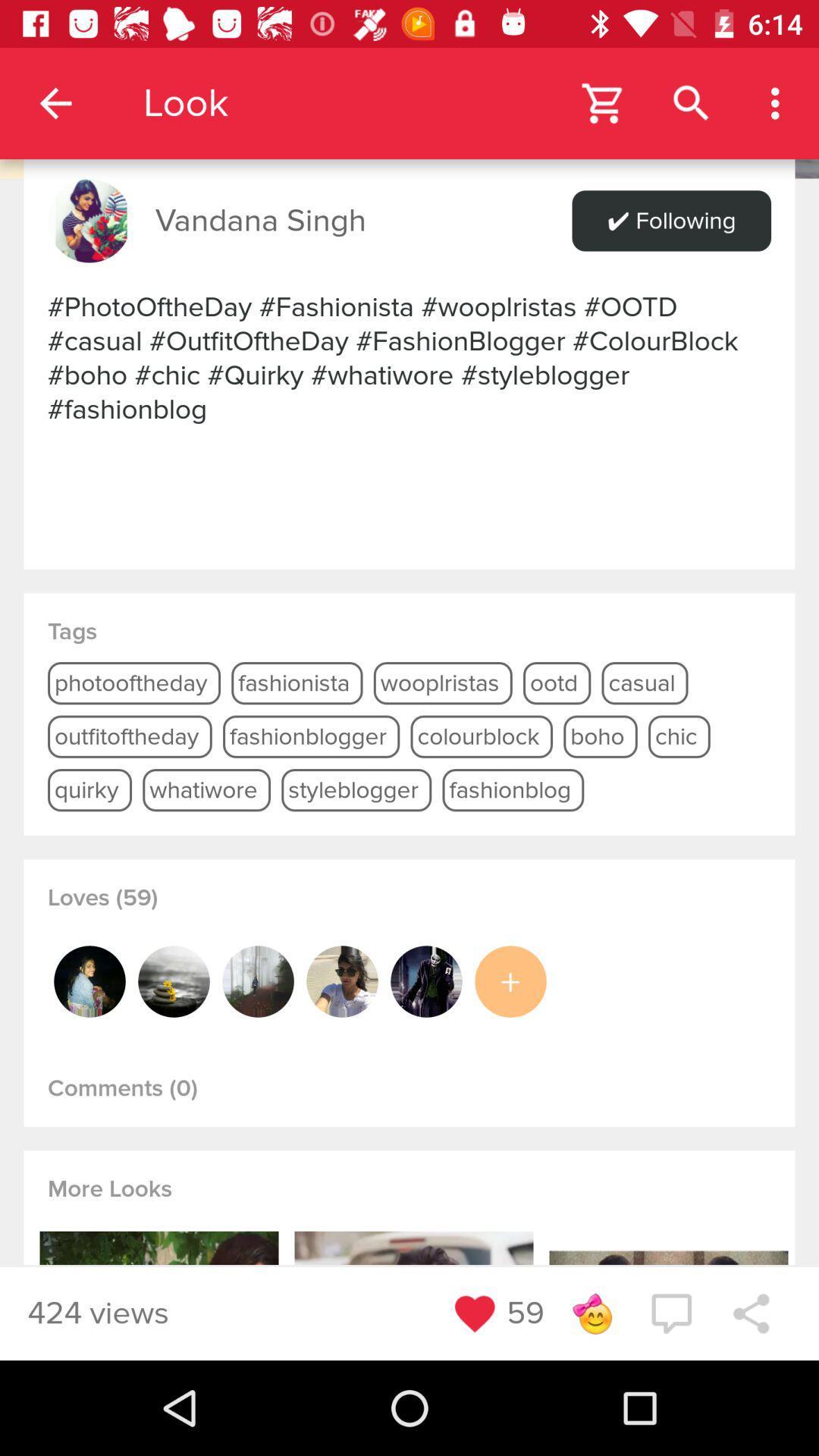 The height and width of the screenshot is (1456, 819). Describe the element at coordinates (173, 981) in the screenshot. I see `profile` at that location.